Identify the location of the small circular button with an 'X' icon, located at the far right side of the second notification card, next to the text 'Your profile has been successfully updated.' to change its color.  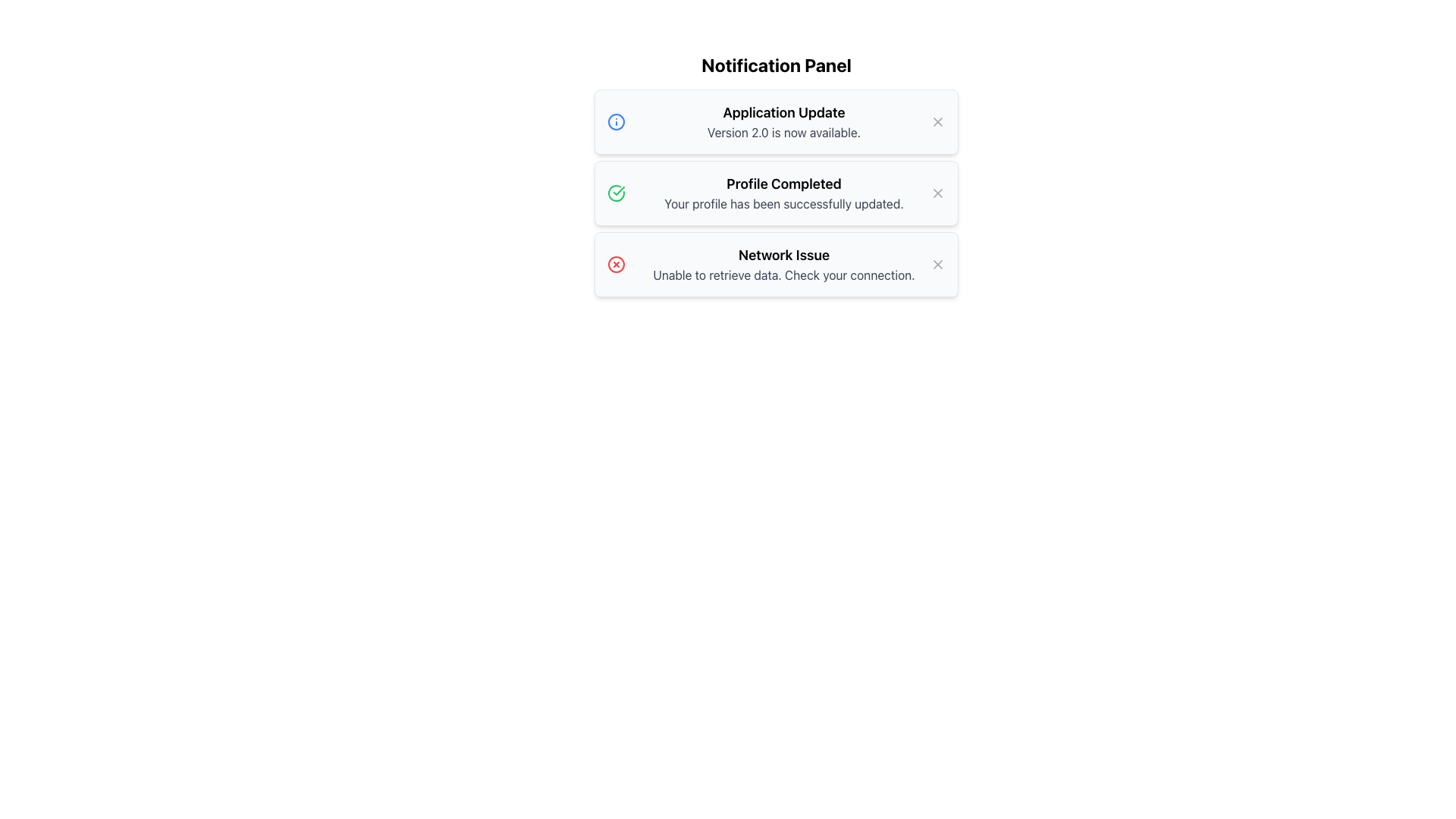
(937, 192).